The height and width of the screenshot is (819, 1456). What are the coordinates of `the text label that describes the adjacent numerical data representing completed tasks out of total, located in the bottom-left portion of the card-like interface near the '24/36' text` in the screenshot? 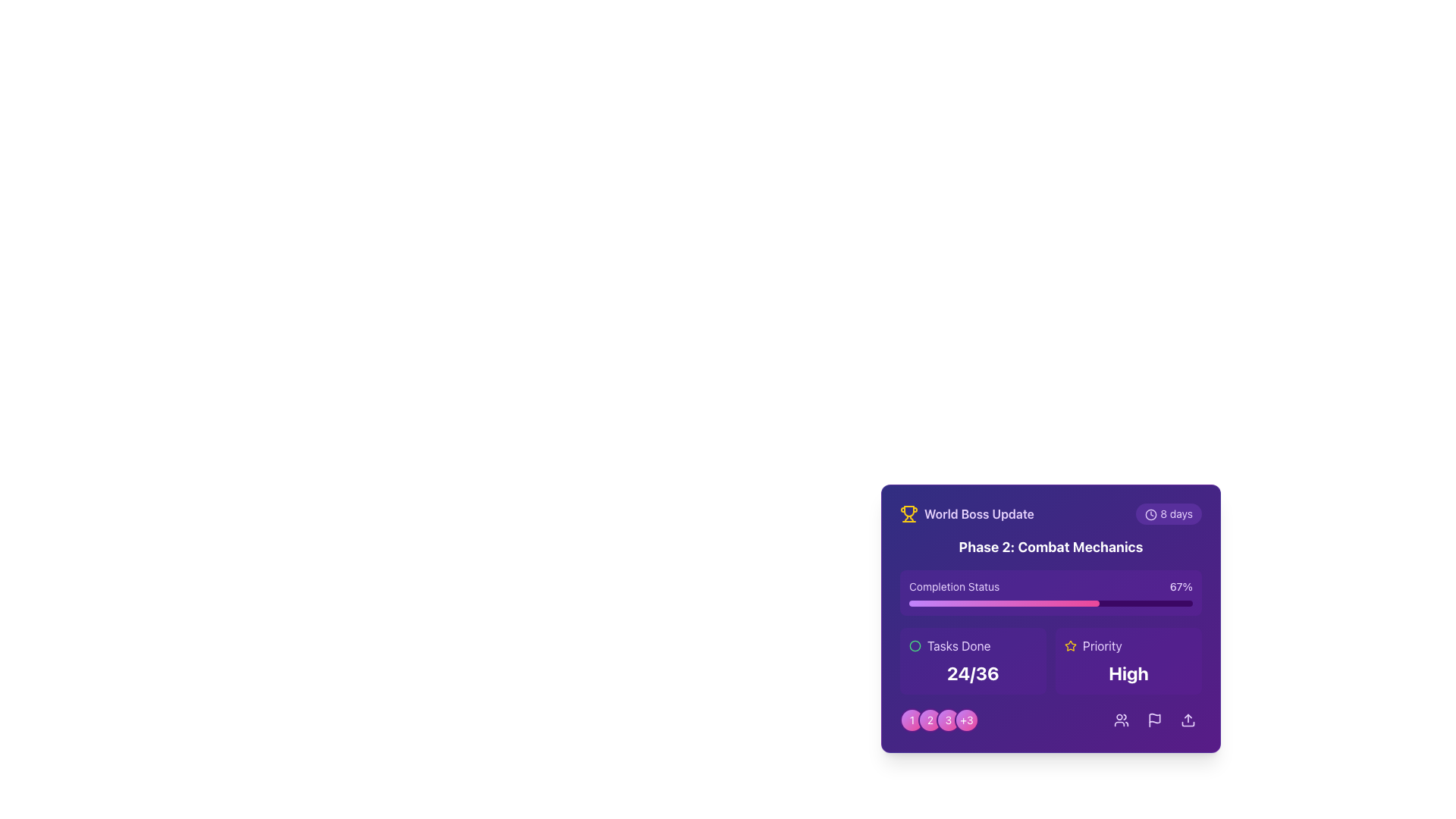 It's located at (958, 646).